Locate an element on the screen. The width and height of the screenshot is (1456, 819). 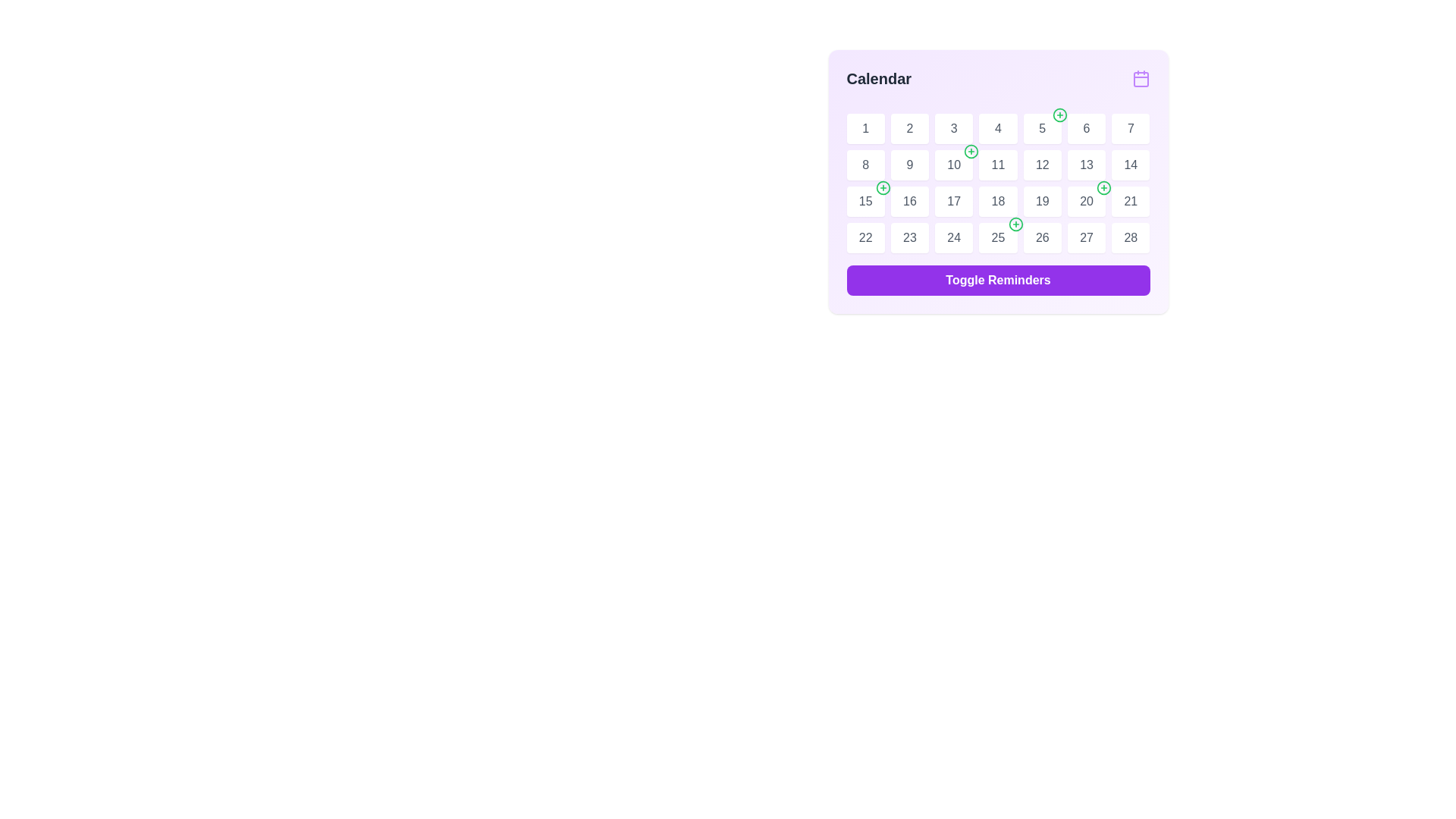
the numeric label displaying the number '18' in gray color, which is centered inside a white tile in the calendar interface is located at coordinates (998, 200).